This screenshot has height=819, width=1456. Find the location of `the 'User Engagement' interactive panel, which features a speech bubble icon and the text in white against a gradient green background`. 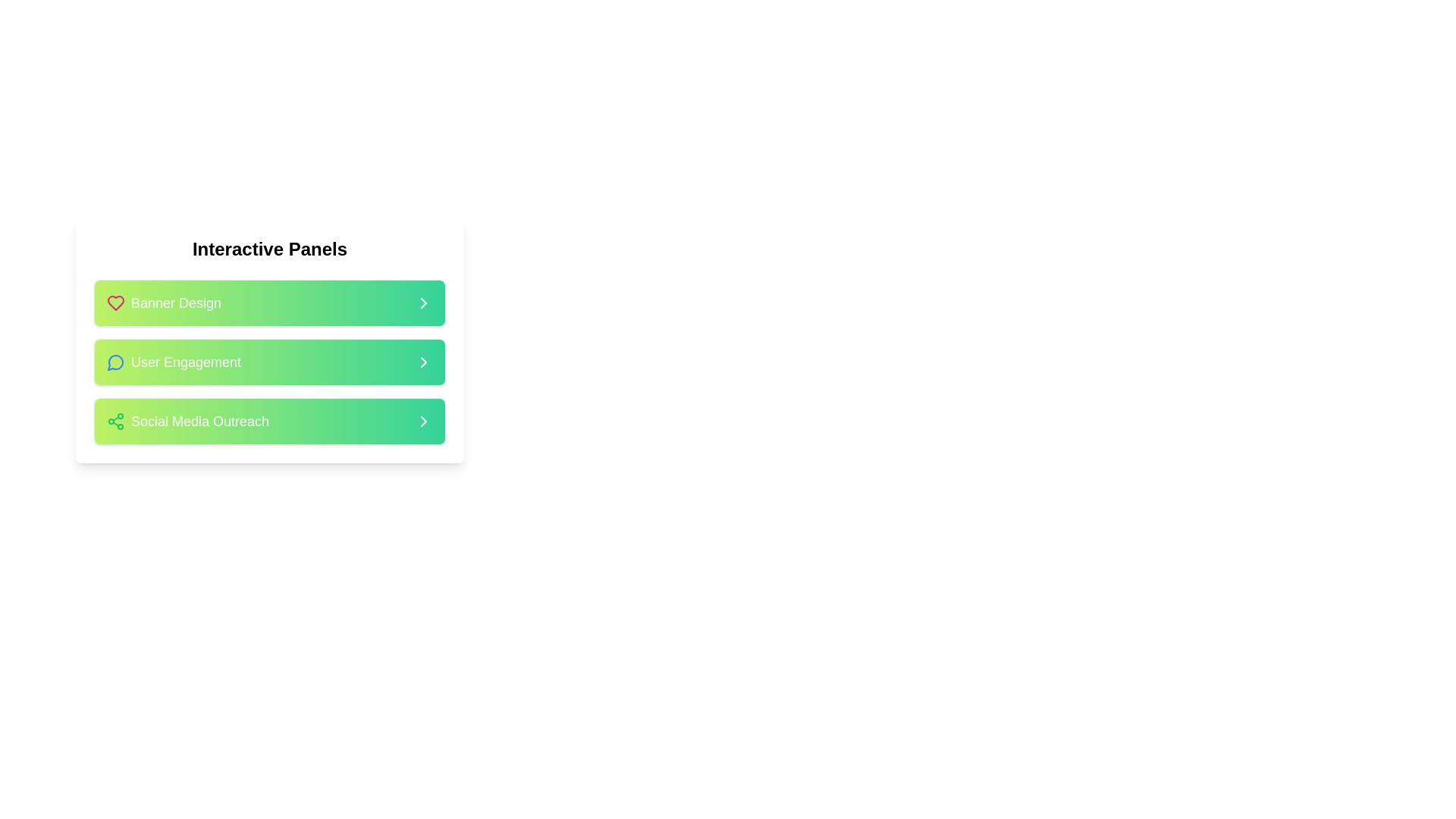

the 'User Engagement' interactive panel, which features a speech bubble icon and the text in white against a gradient green background is located at coordinates (174, 362).